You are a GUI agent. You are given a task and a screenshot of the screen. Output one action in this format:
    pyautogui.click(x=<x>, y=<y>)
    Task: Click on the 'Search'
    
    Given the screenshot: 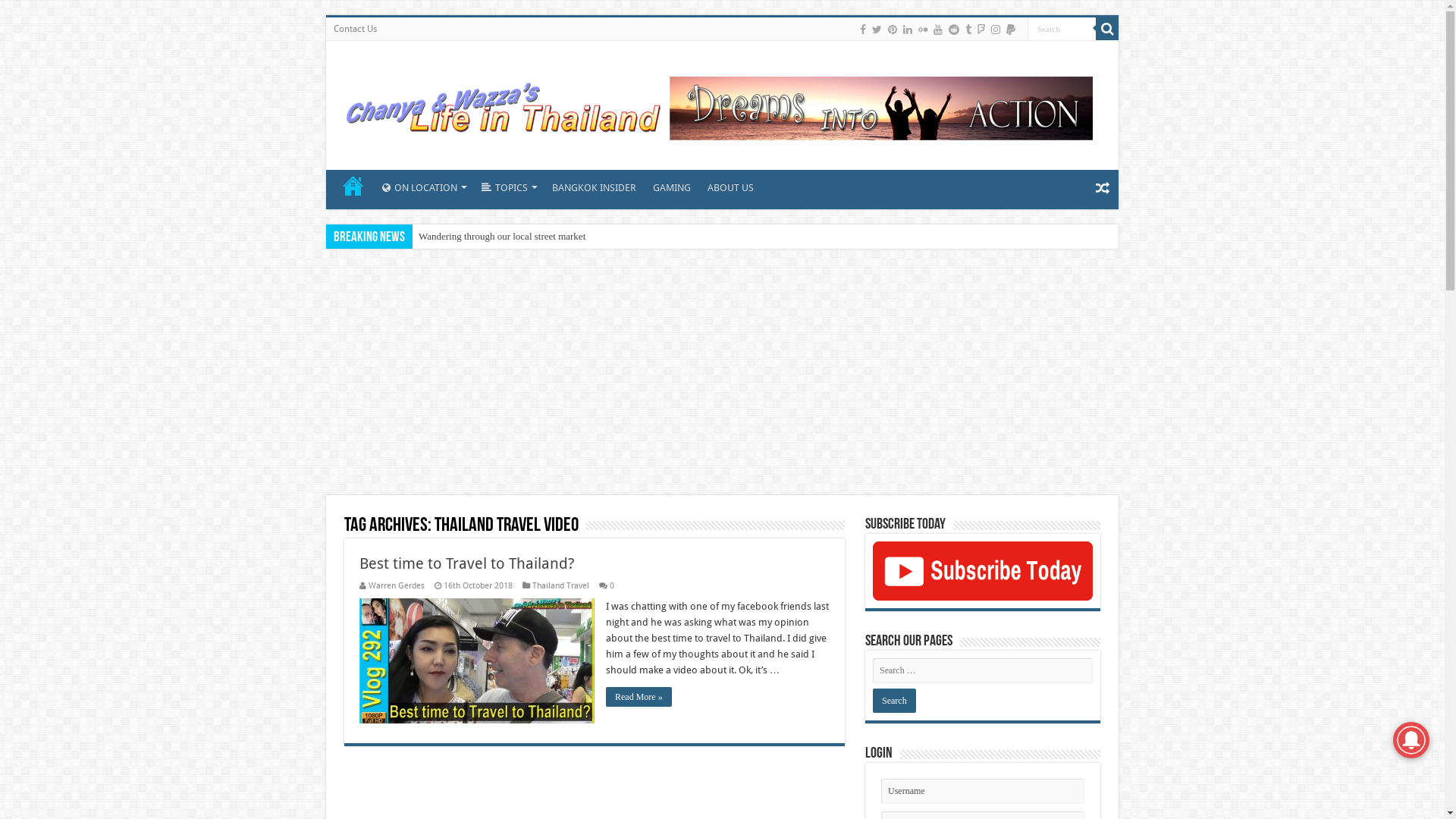 What is the action you would take?
    pyautogui.click(x=1061, y=28)
    